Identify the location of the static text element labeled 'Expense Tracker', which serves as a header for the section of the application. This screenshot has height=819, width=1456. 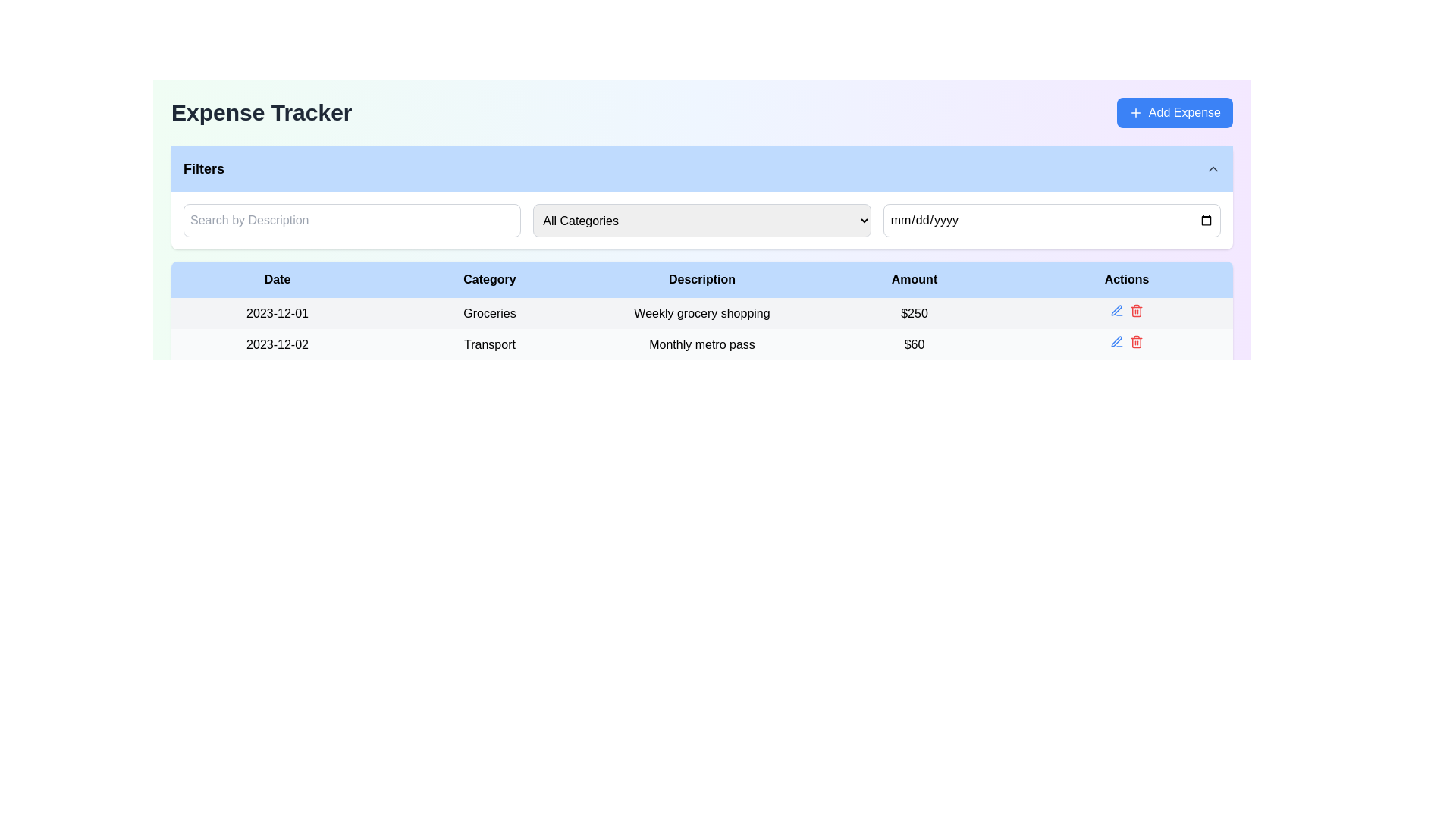
(262, 112).